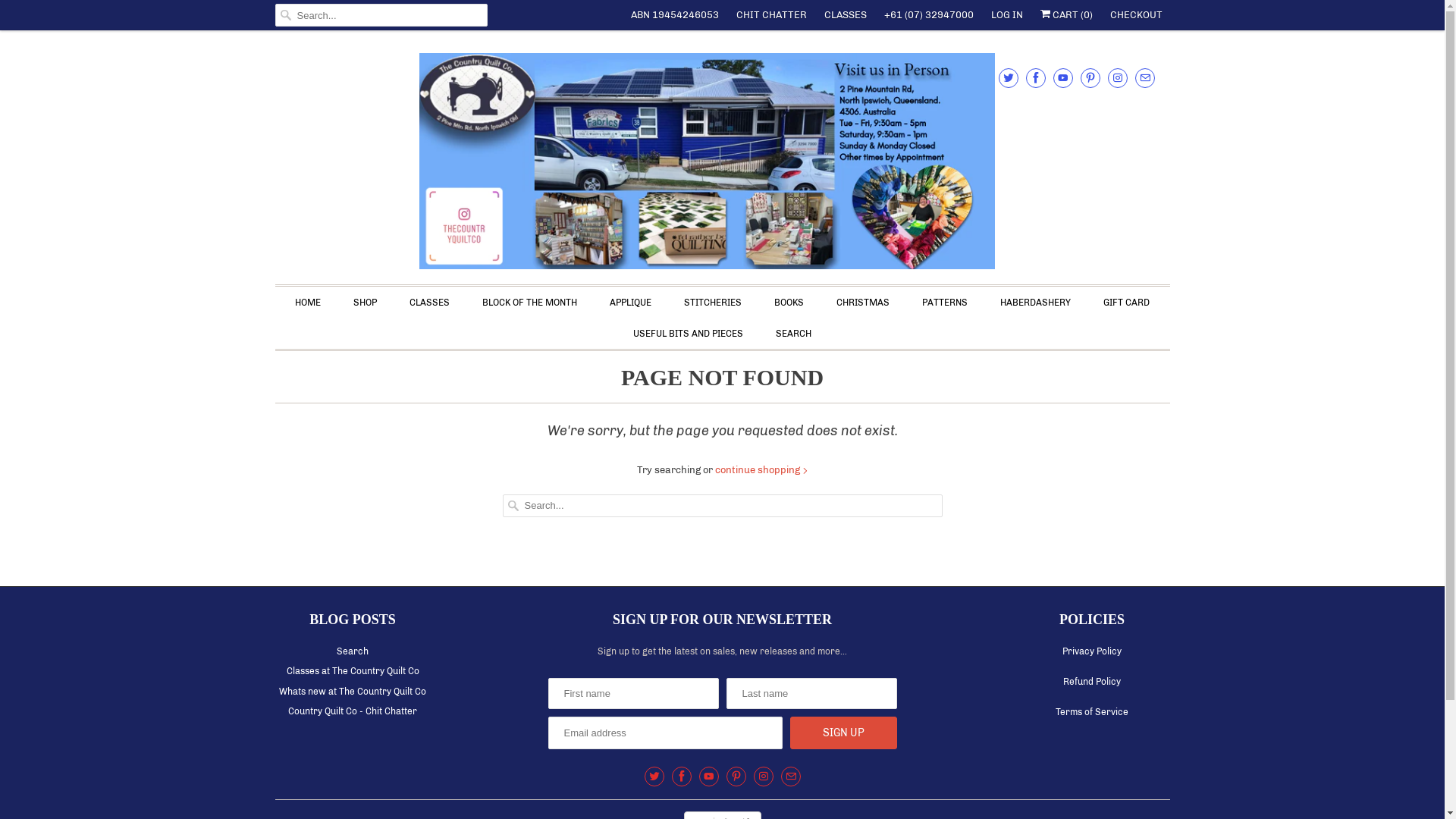 The width and height of the screenshot is (1456, 819). What do you see at coordinates (294, 303) in the screenshot?
I see `'HOME'` at bounding box center [294, 303].